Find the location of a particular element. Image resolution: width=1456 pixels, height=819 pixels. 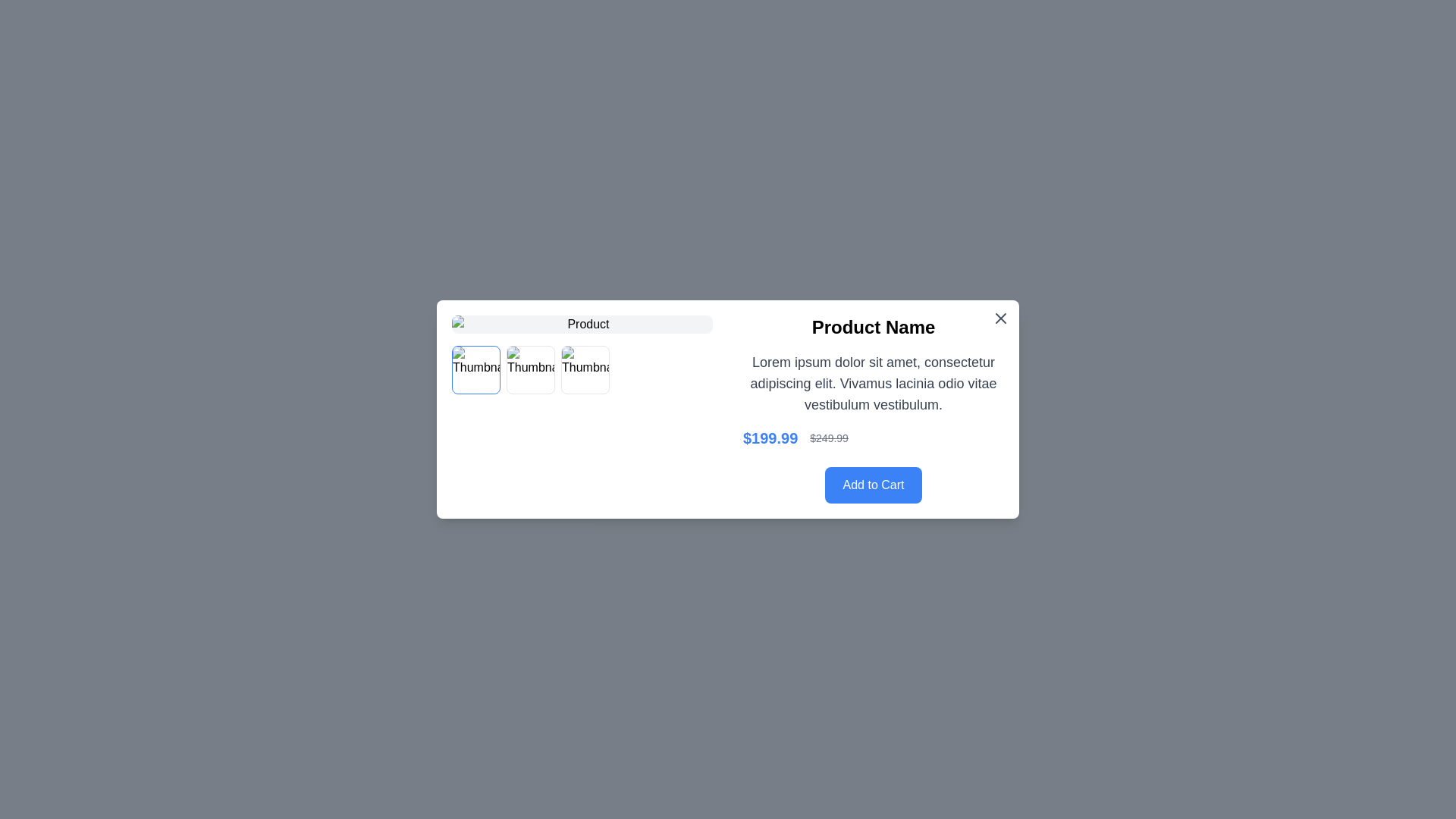

the first thumbnail in the sequence is located at coordinates (475, 370).